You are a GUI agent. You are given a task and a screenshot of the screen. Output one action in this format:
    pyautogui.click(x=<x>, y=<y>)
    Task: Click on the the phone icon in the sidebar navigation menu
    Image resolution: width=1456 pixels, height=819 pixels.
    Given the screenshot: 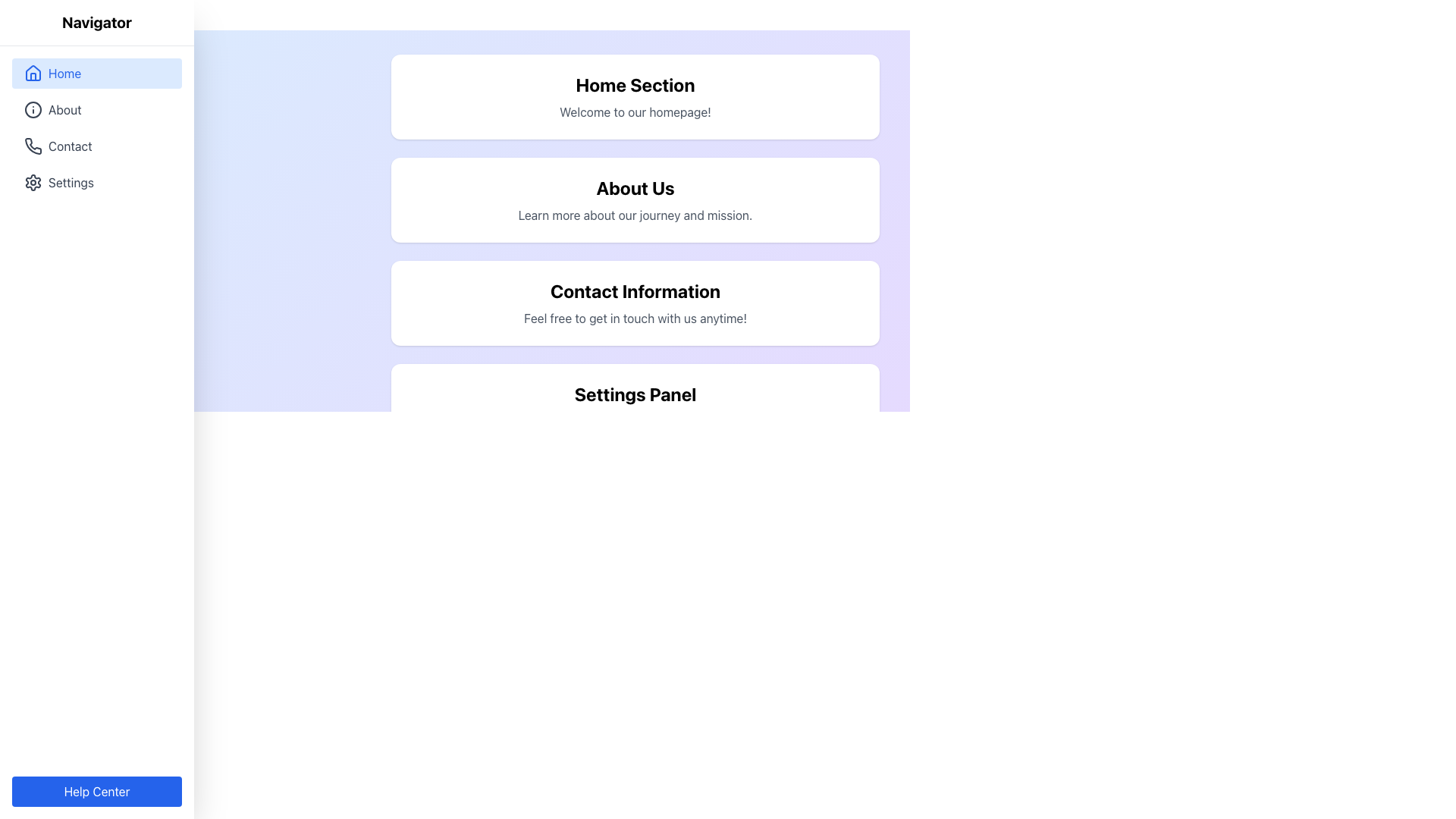 What is the action you would take?
    pyautogui.click(x=33, y=146)
    